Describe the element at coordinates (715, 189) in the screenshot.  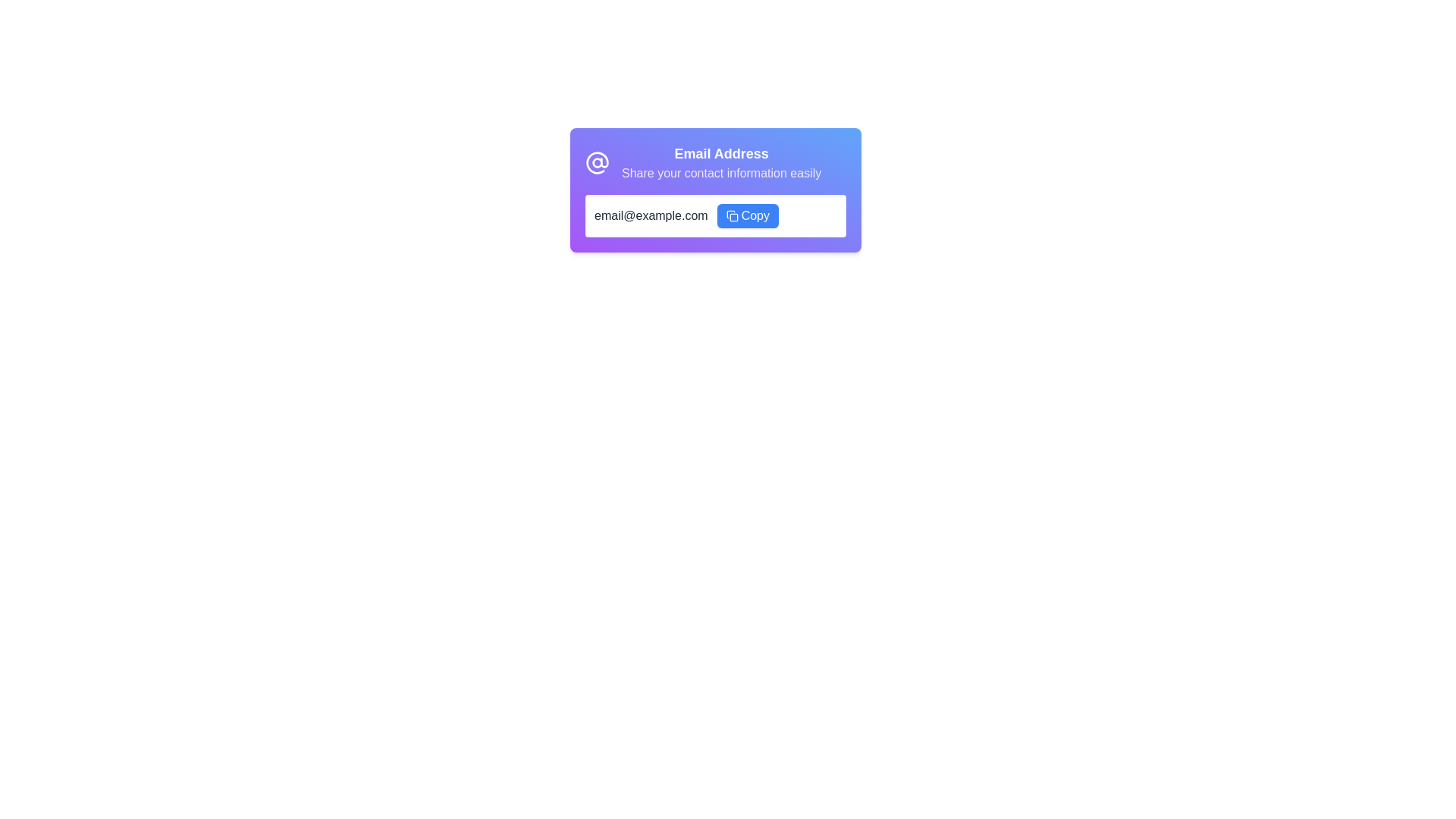
I see `the email text 'email@example.com' located in the Interactive Card with Copy Button, which features a gradient background and a 'Copy' button` at that location.